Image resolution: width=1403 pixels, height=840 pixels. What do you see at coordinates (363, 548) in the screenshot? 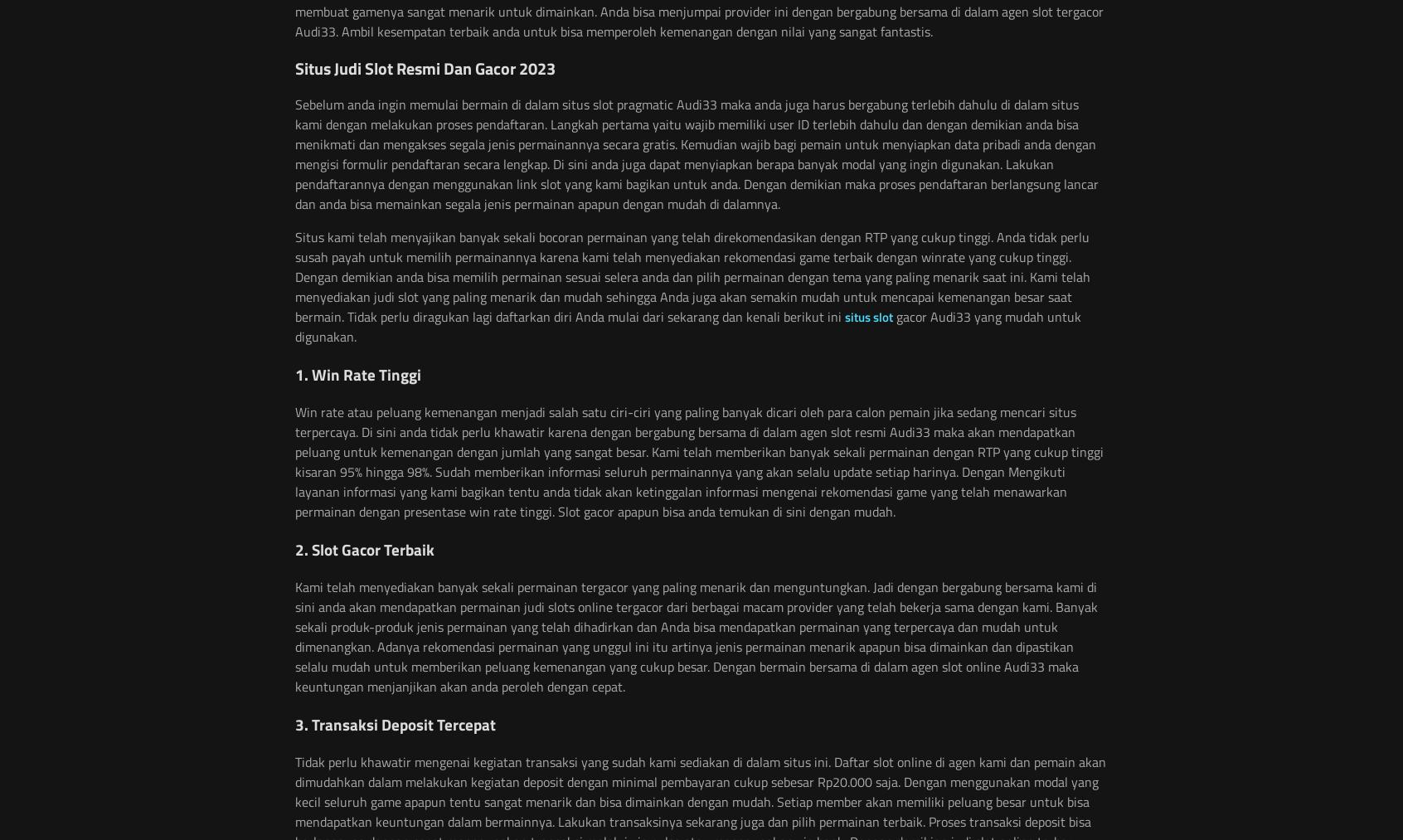
I see `'2. Slot Gacor Terbaik'` at bounding box center [363, 548].